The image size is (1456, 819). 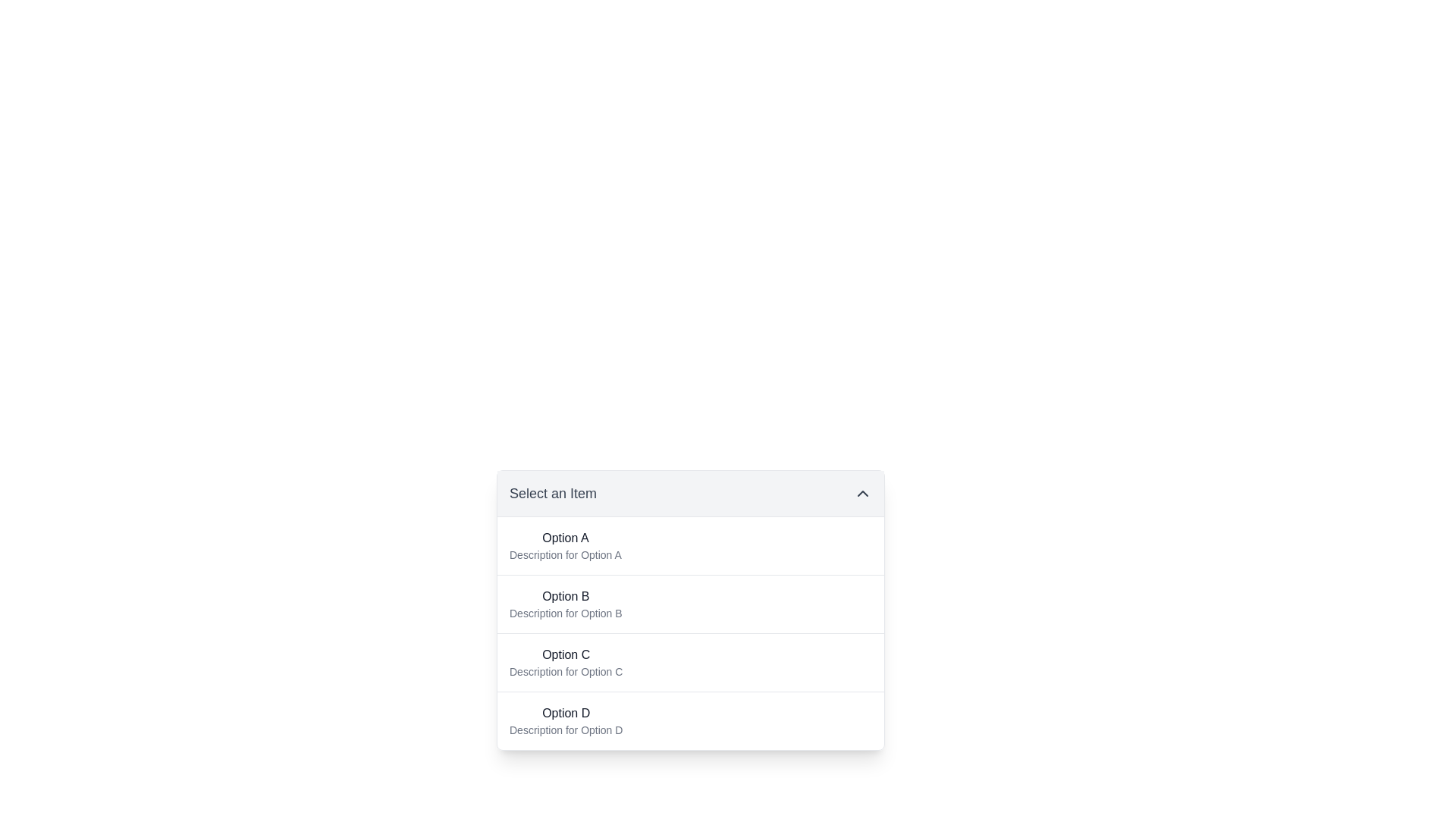 What do you see at coordinates (565, 595) in the screenshot?
I see `the label for 'Option B', which is located above the description text in the second item of the dropdown list under 'Select an Item'` at bounding box center [565, 595].